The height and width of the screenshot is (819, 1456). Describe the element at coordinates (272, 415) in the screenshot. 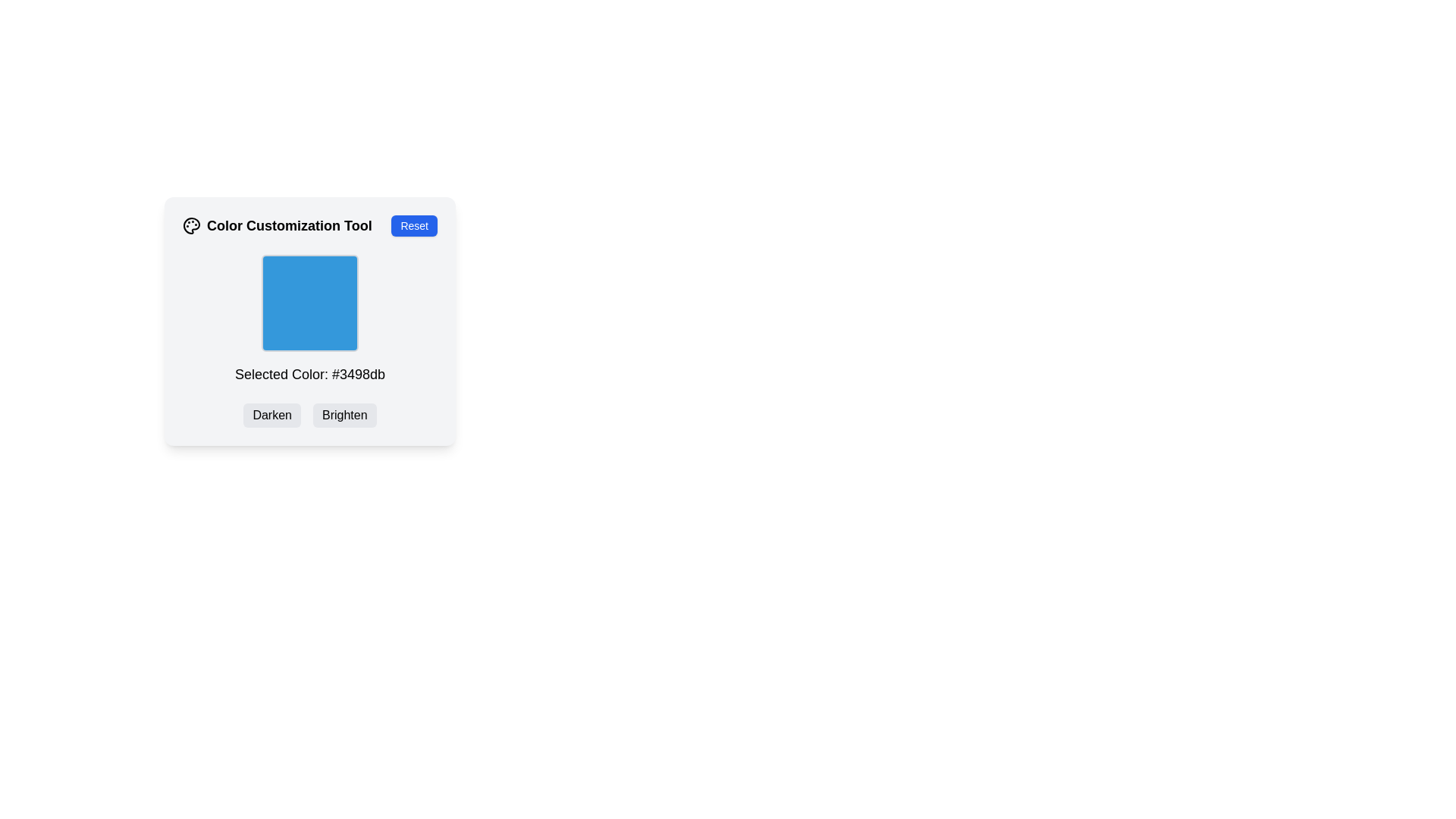

I see `the 'Darken' button` at that location.